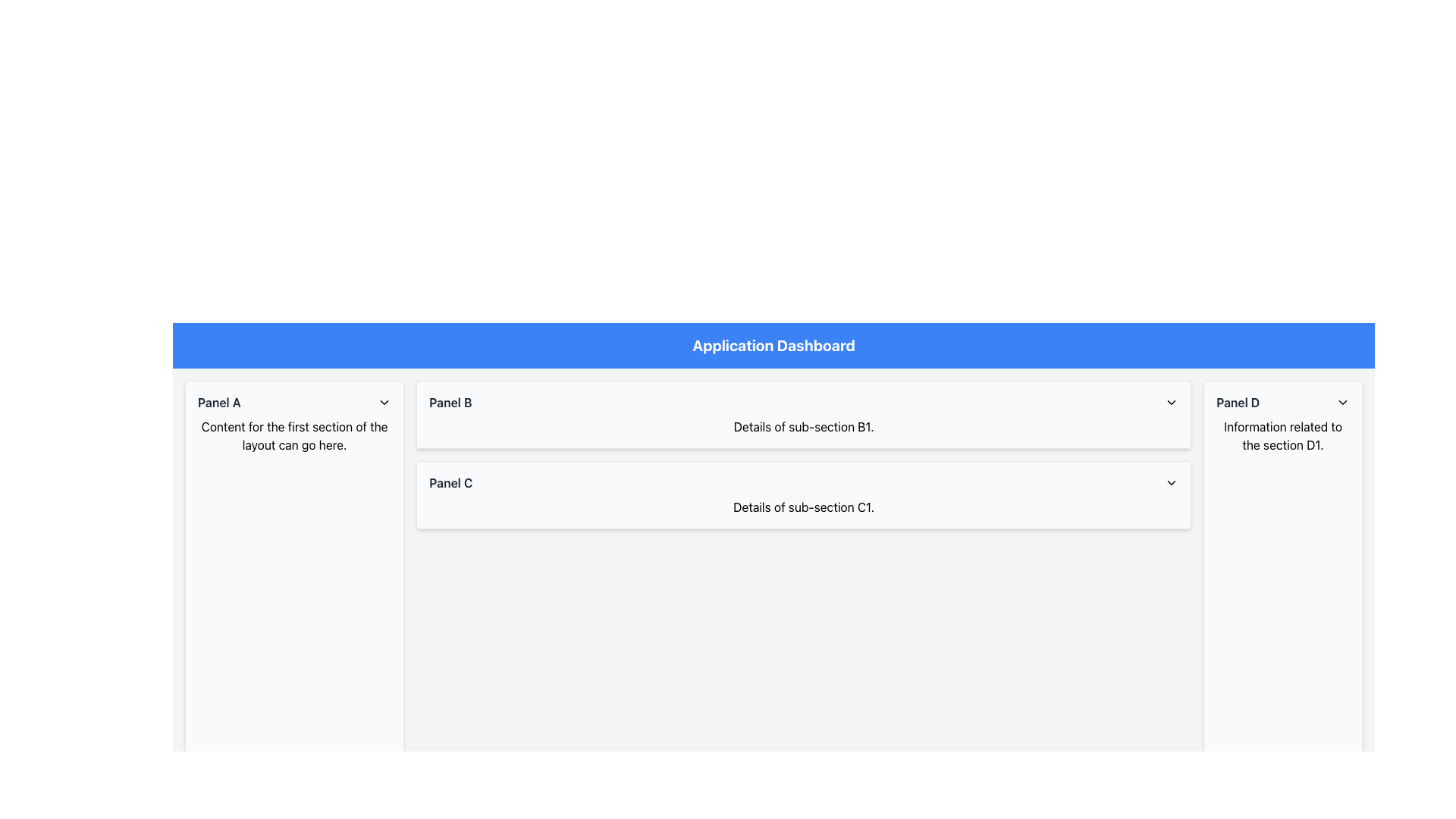 This screenshot has width=1456, height=819. I want to click on the chevron icon located at the top-right corner of the 'Panel D' header section, so click(1343, 402).